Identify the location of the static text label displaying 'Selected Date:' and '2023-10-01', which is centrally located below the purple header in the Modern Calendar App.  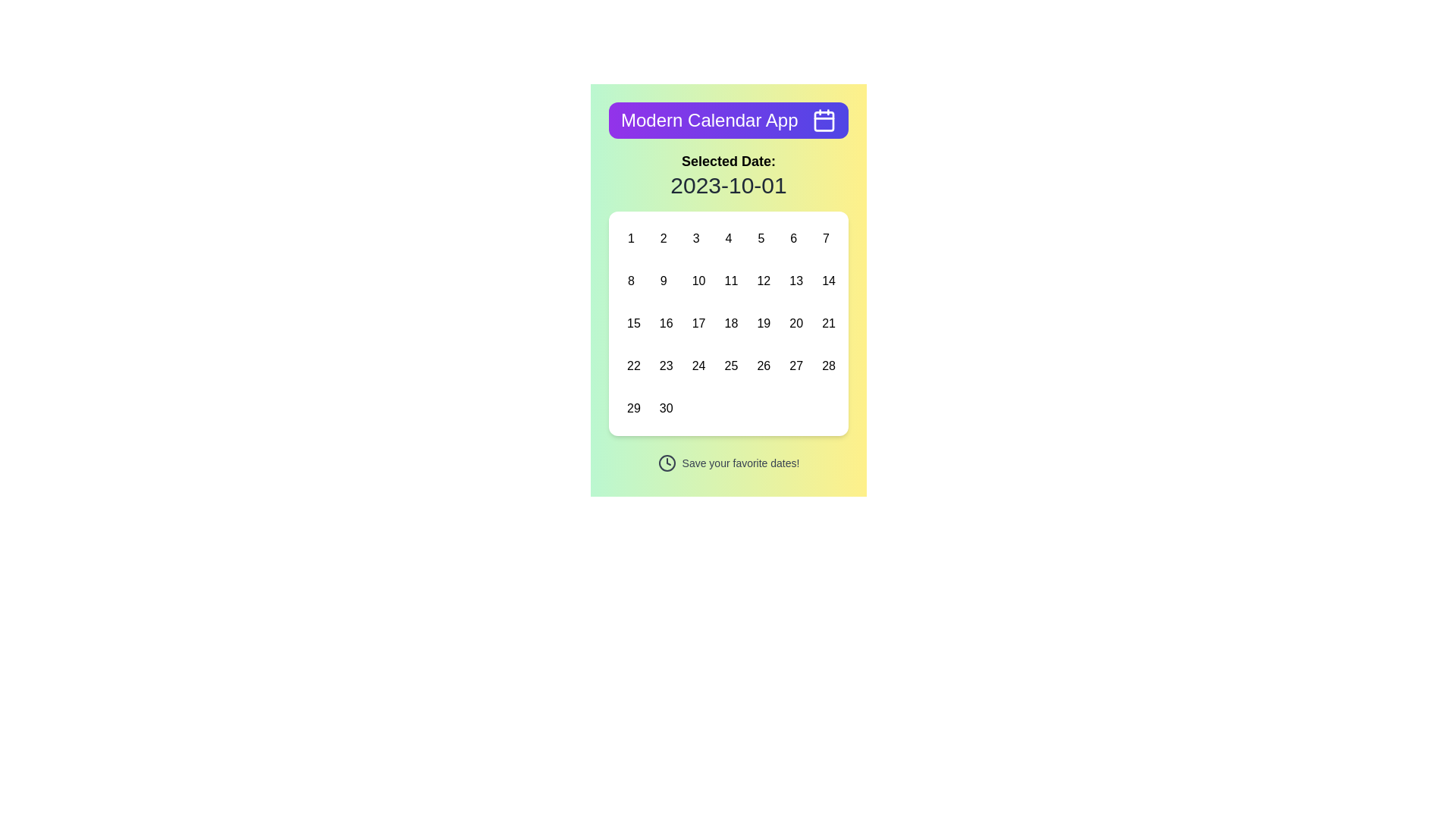
(728, 174).